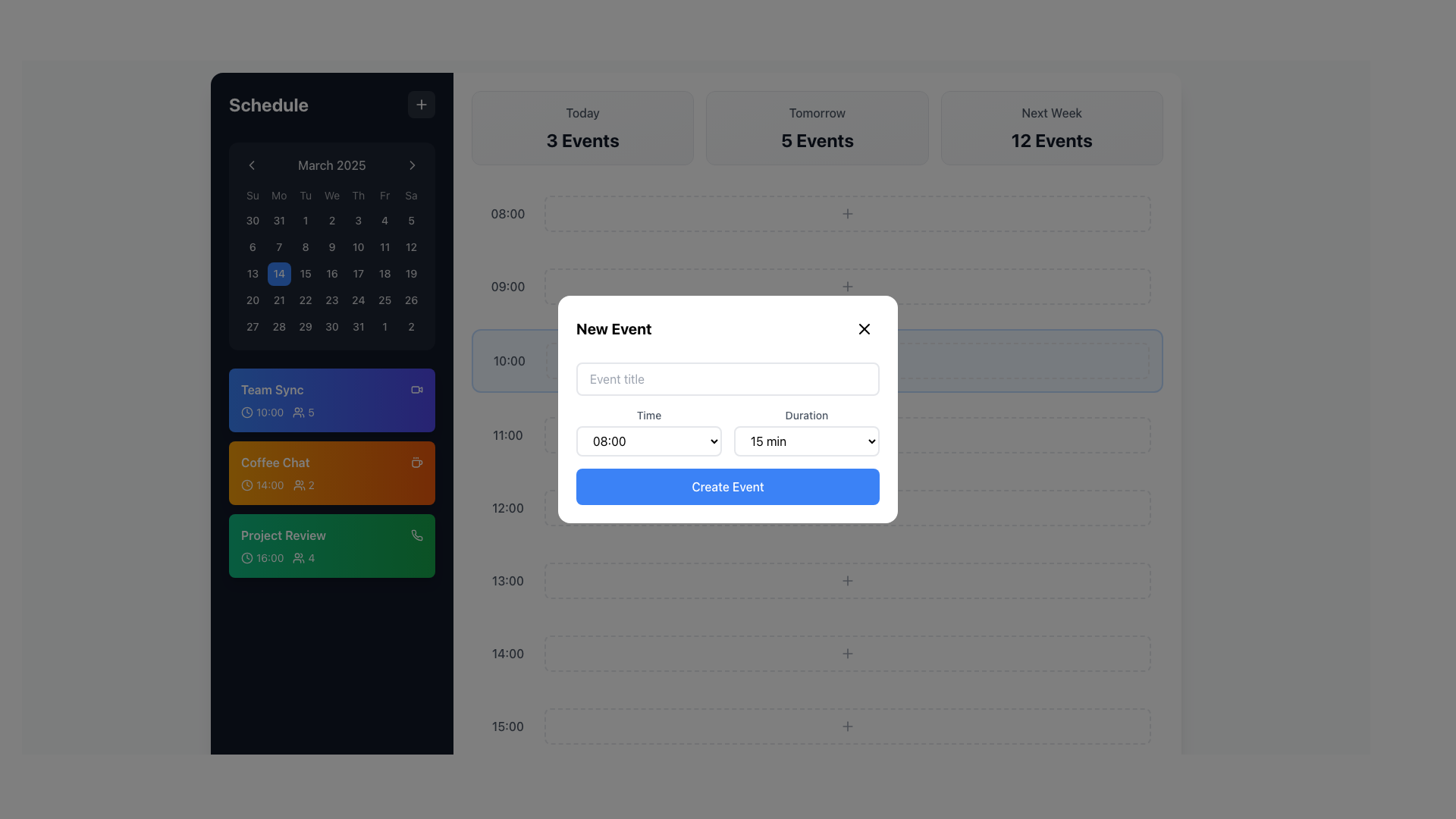  Describe the element at coordinates (728, 432) in the screenshot. I see `a duration from the 'Duration' dropdown menu in the horizontal group of dropdown menus located in the 'New Event' modal, positioned directly below the 'Event title' input field` at that location.